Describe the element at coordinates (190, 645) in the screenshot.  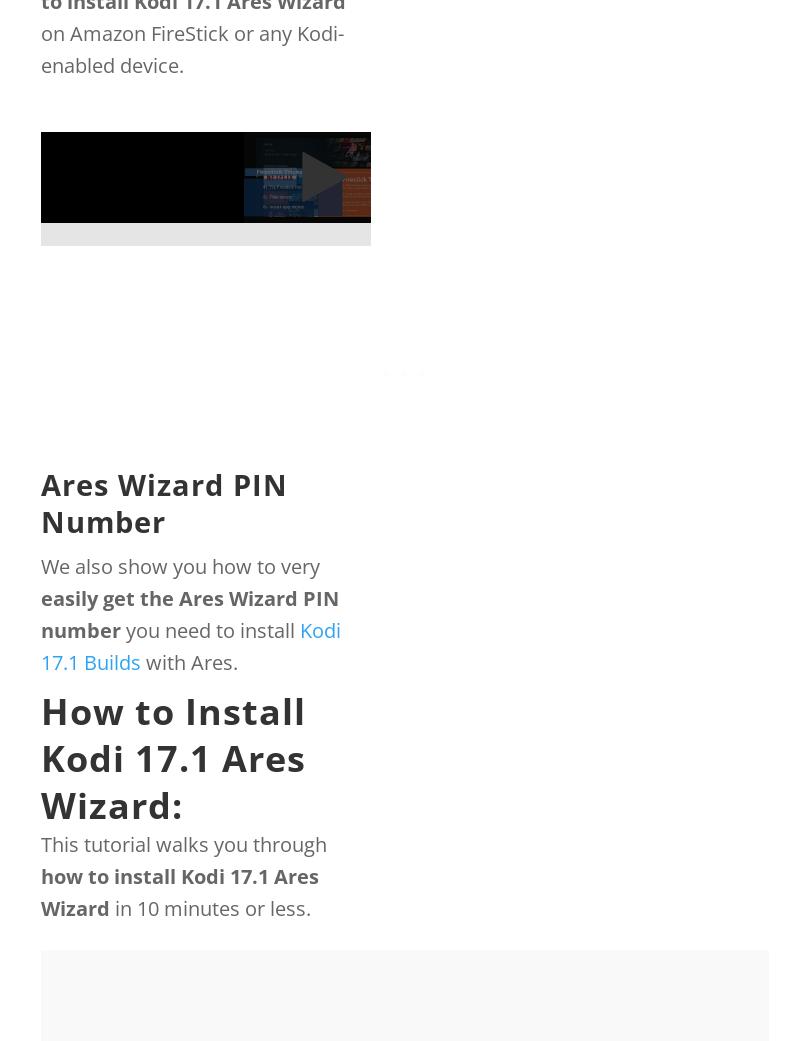
I see `'Kodi 17.1 Builds'` at that location.